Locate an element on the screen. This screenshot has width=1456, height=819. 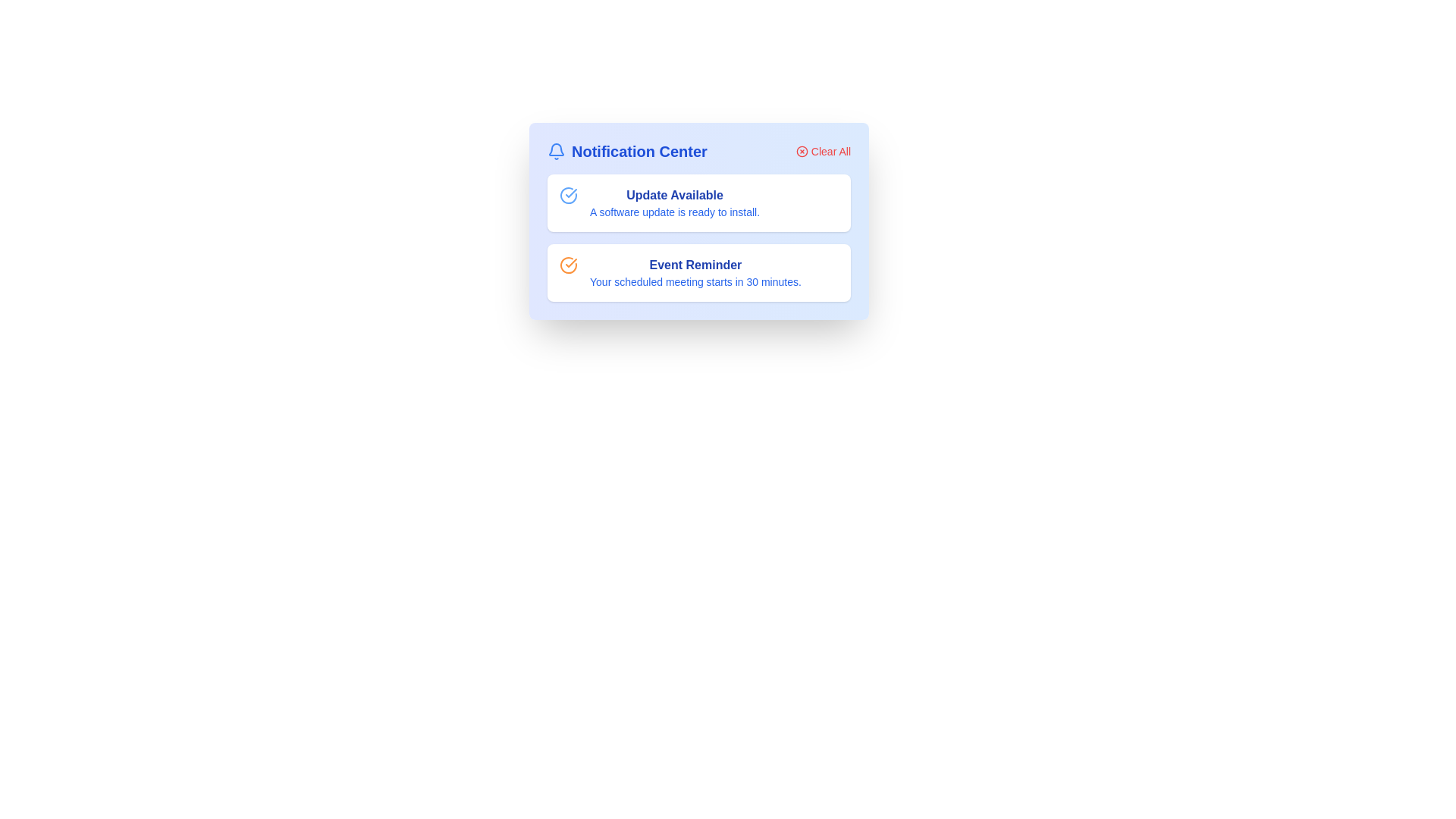
the title text label of the second notification in the blue notification panel, which summarizes the purpose of the notification is located at coordinates (695, 265).